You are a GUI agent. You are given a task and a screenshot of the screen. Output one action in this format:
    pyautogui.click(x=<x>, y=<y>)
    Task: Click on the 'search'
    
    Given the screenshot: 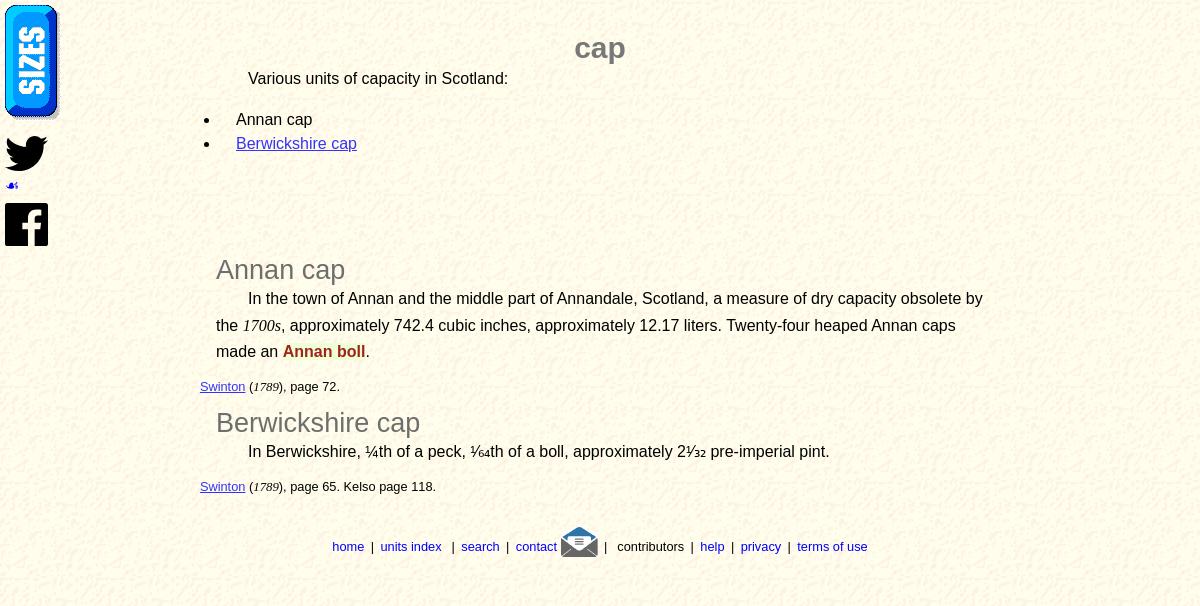 What is the action you would take?
    pyautogui.click(x=479, y=544)
    